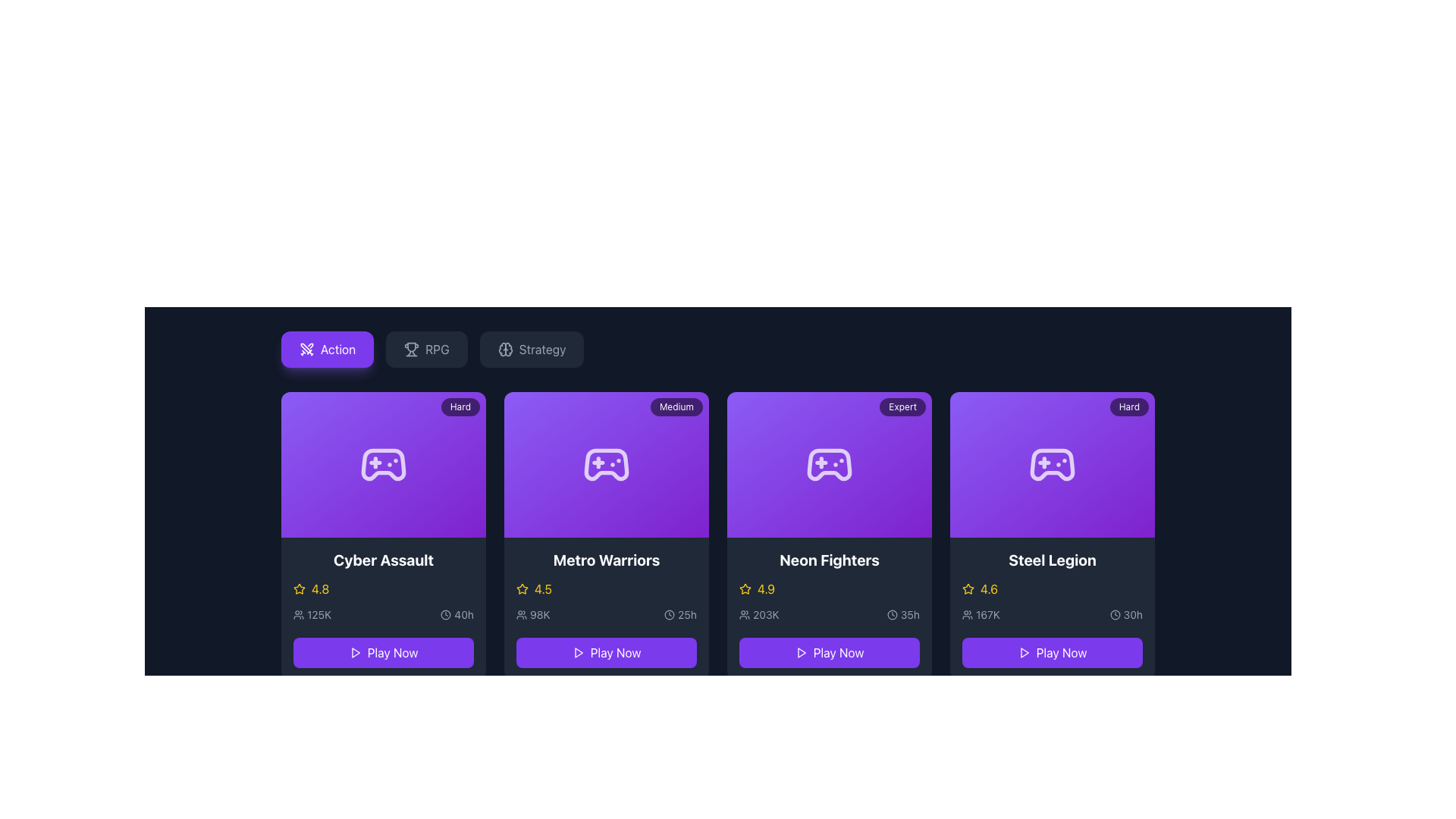  What do you see at coordinates (669, 614) in the screenshot?
I see `the duration indicator icon displaying '25h' located beneath the purple card titled 'Metro Warriors' in the bottom-left corner` at bounding box center [669, 614].